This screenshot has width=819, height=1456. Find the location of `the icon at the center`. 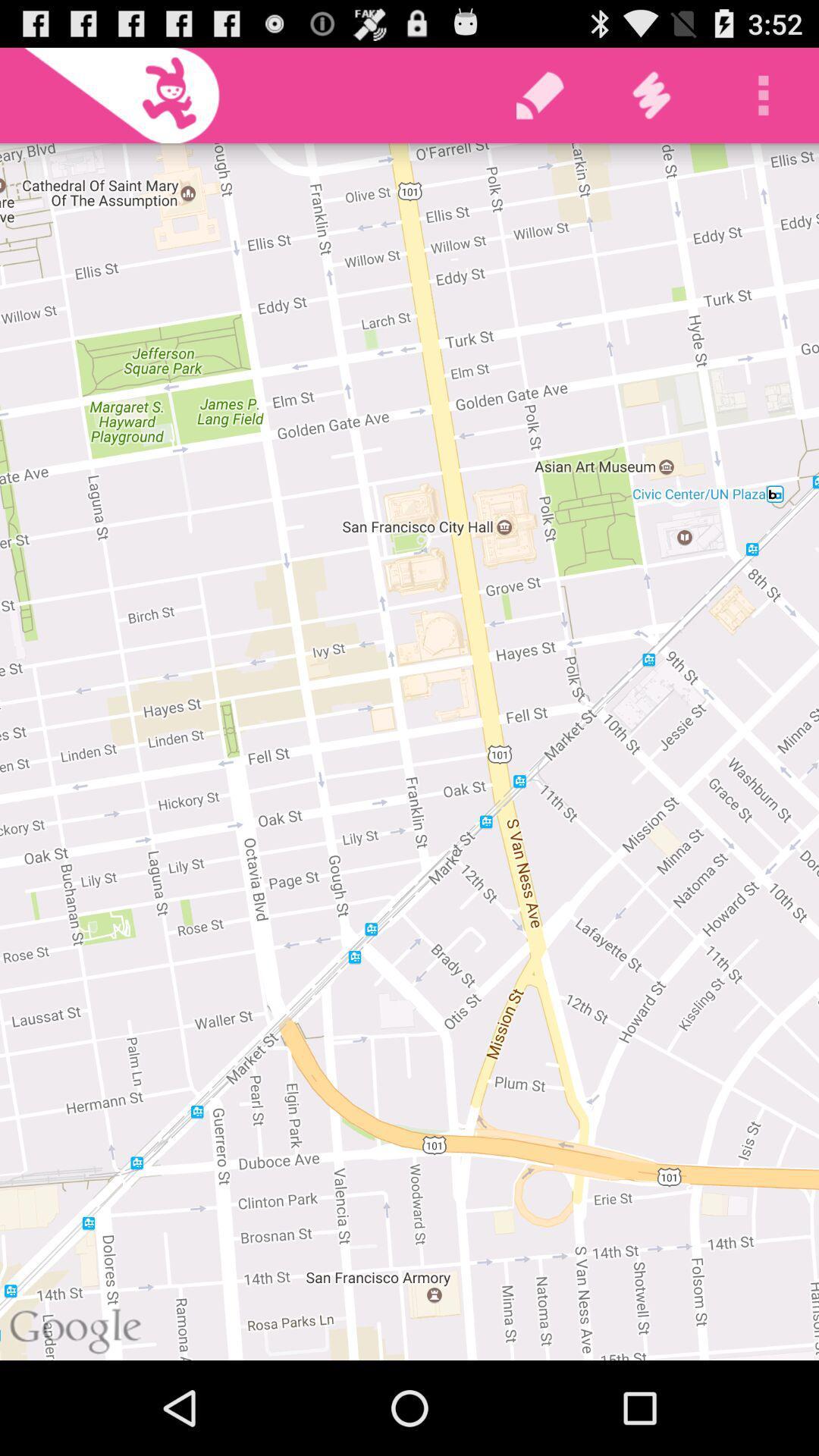

the icon at the center is located at coordinates (409, 752).